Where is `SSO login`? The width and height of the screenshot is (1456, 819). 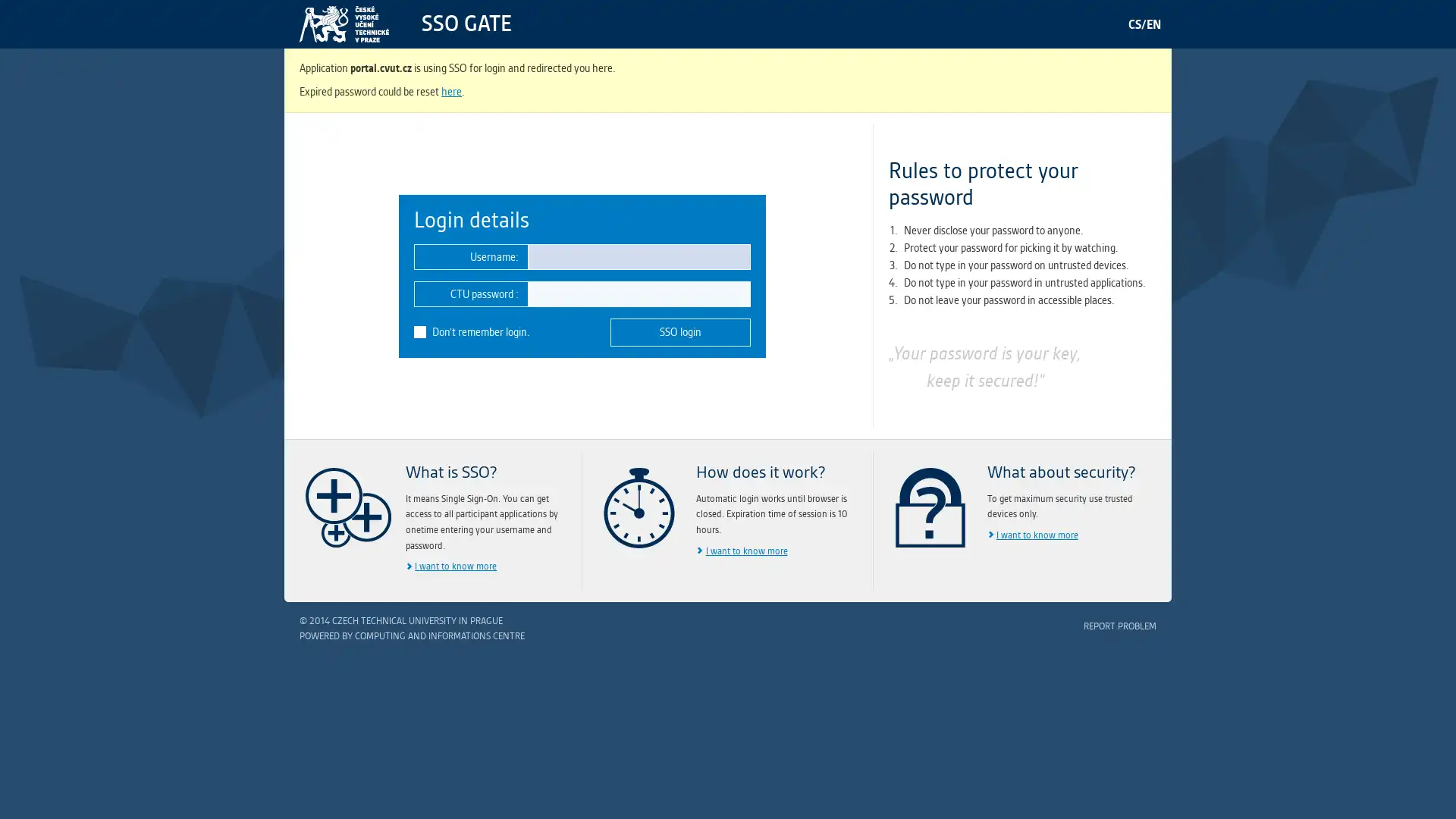 SSO login is located at coordinates (679, 331).